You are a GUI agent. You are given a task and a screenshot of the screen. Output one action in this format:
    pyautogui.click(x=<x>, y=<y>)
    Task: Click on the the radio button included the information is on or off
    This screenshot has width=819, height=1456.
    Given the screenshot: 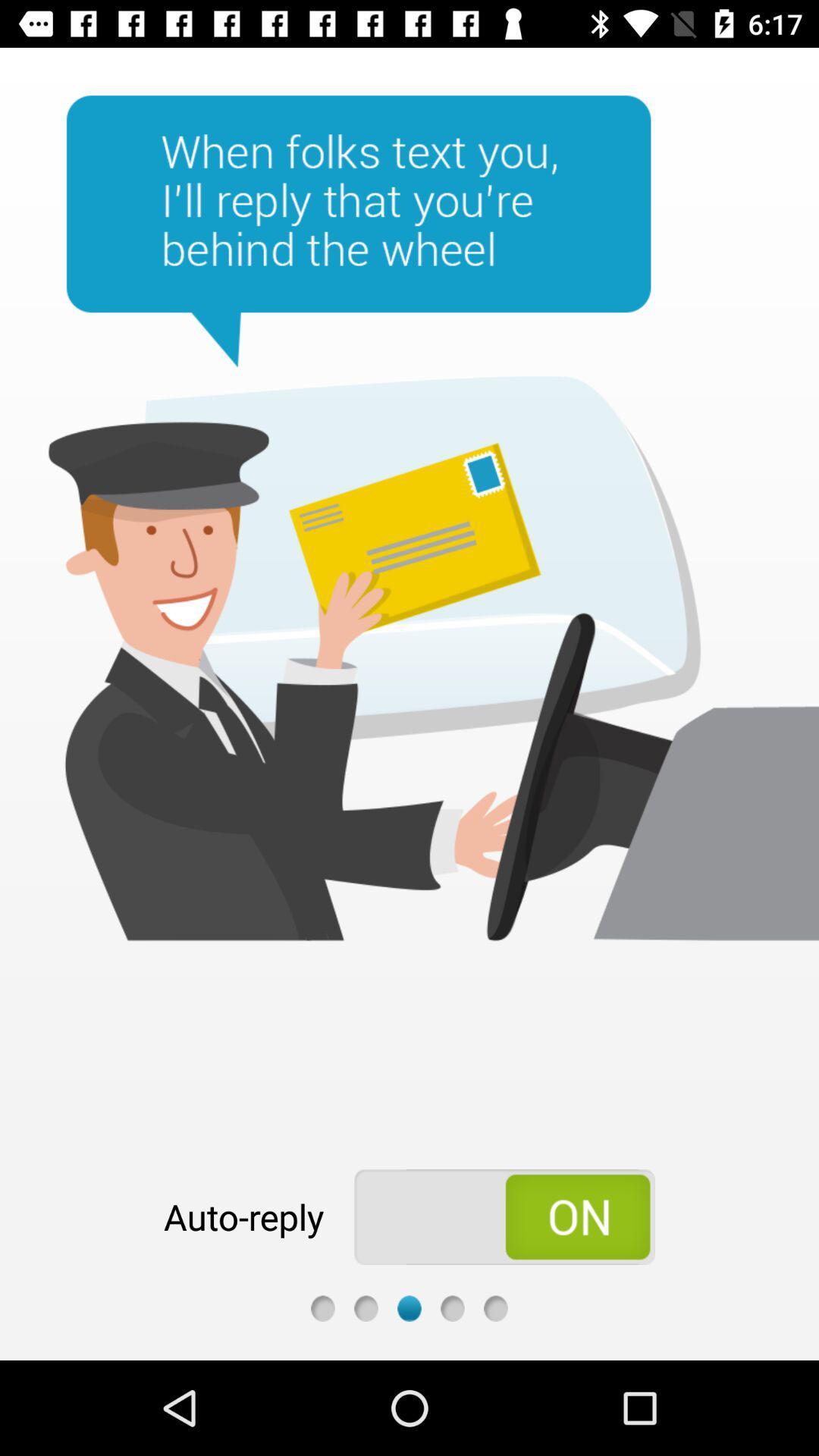 What is the action you would take?
    pyautogui.click(x=504, y=1216)
    